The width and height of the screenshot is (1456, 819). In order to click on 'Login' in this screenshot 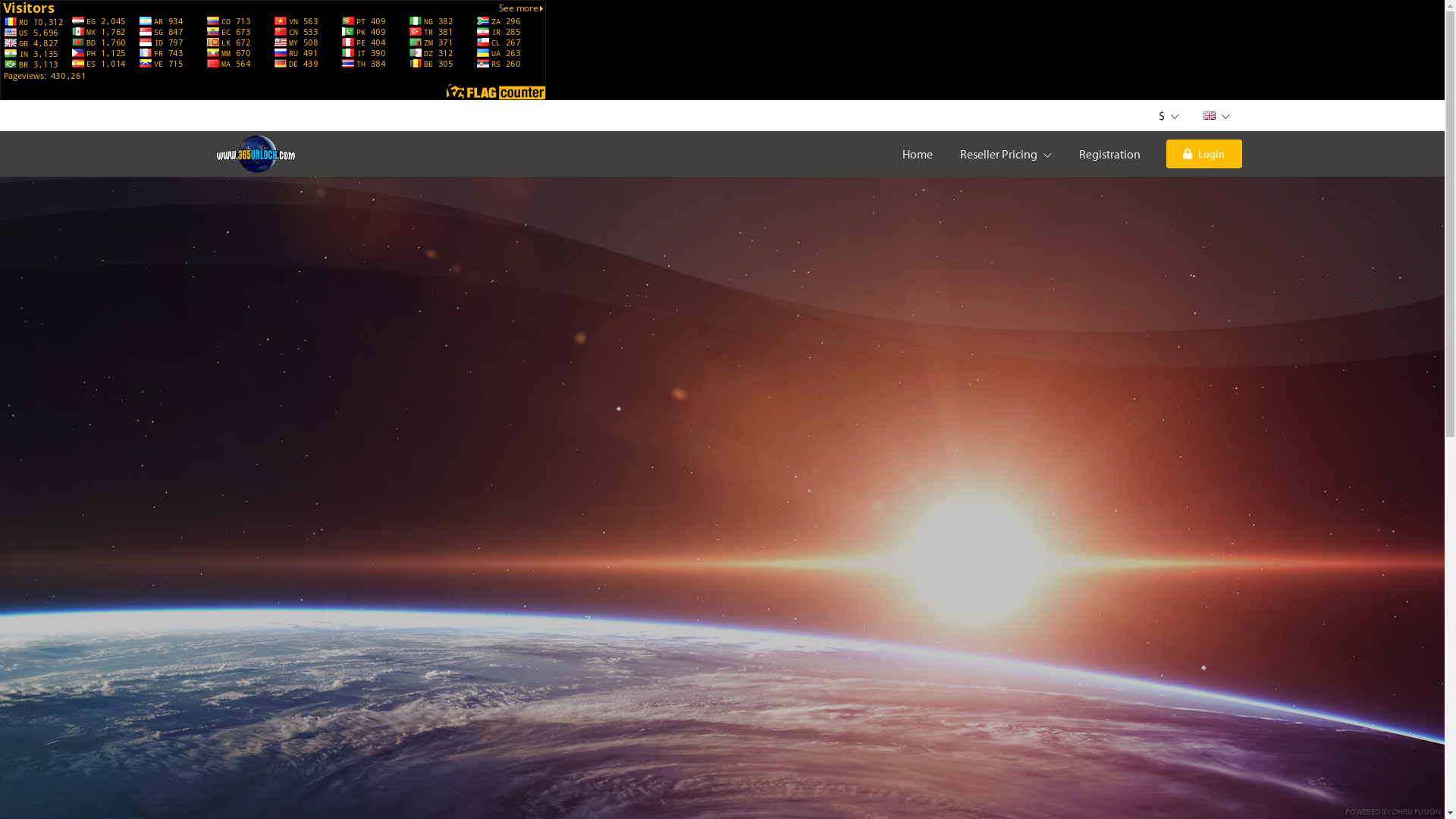, I will do `click(1203, 154)`.